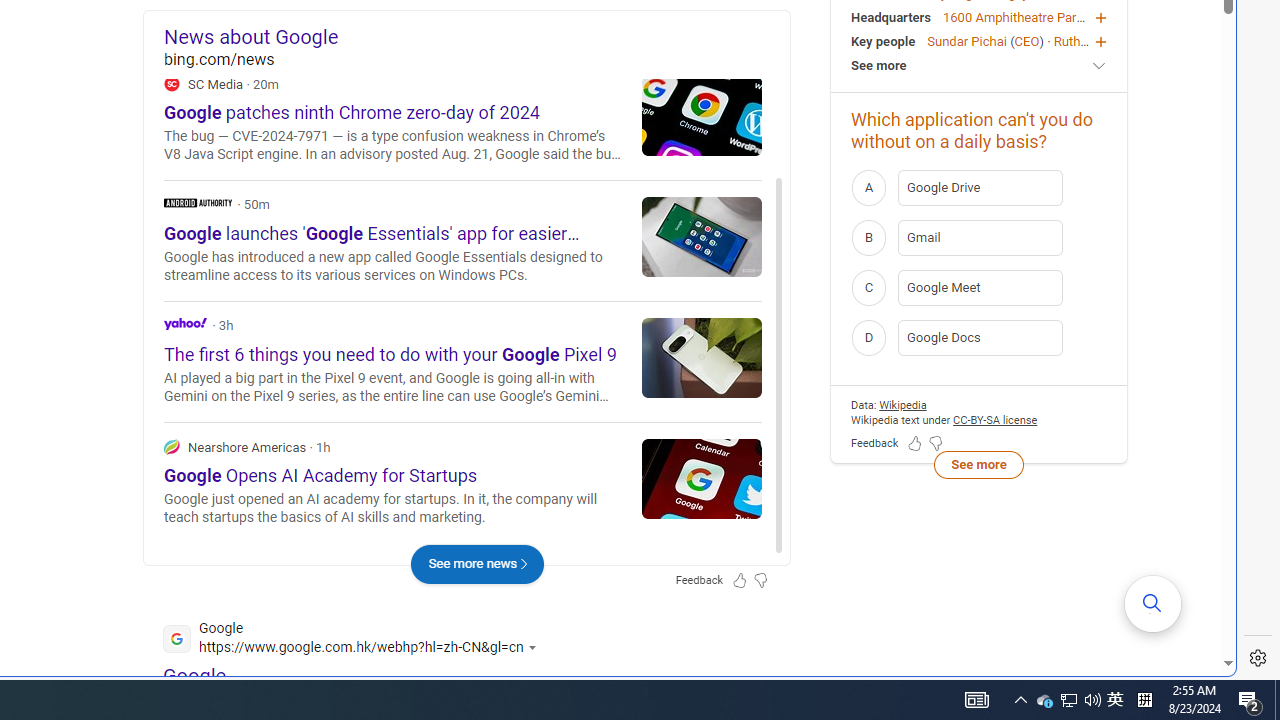 The image size is (1280, 720). What do you see at coordinates (935, 443) in the screenshot?
I see `'Feedback Dislike'` at bounding box center [935, 443].